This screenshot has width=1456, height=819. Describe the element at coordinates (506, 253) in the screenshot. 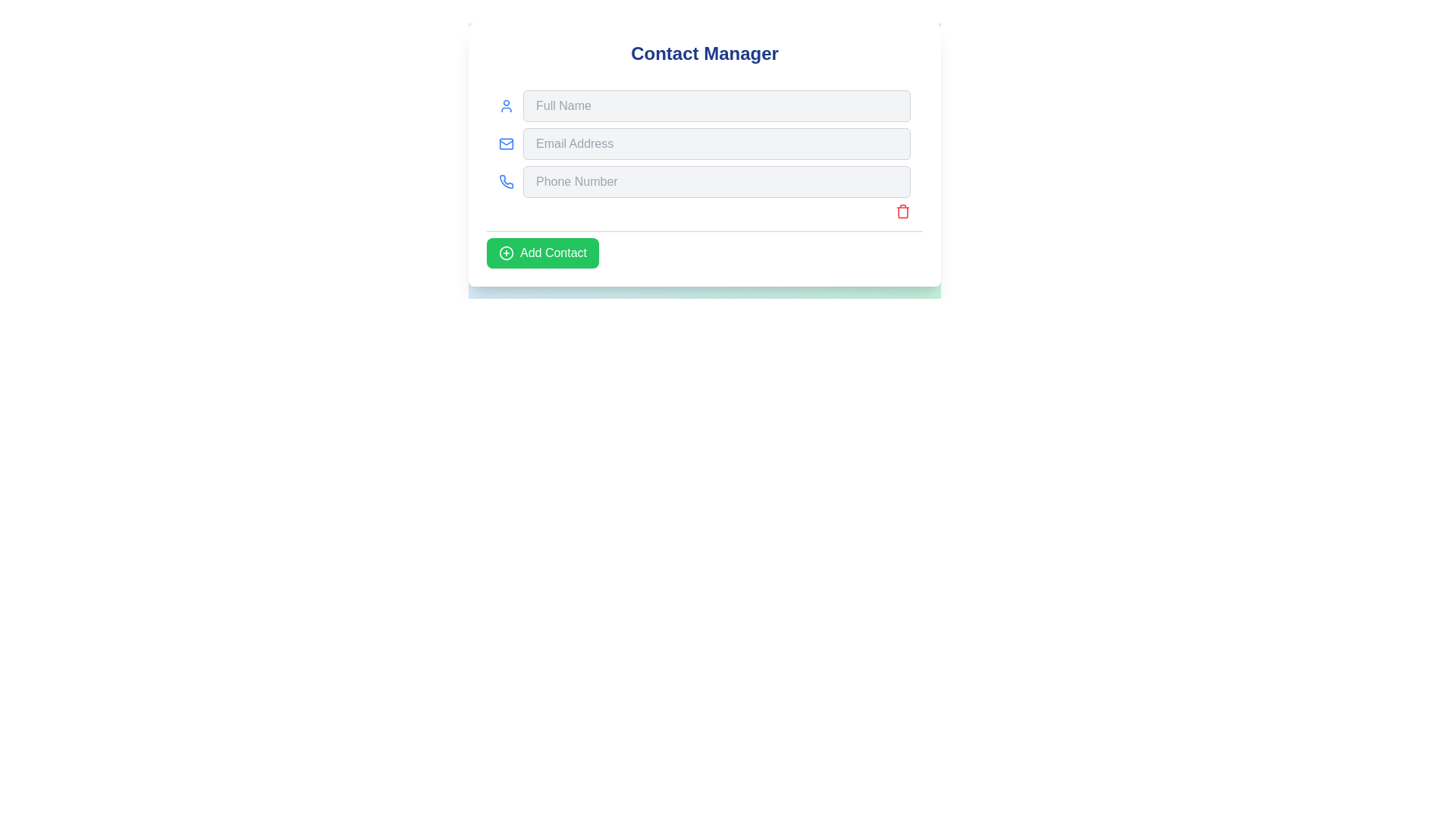

I see `the decorative icon on the left part of the 'Add Contact' button at the bottom-left of the form panel` at that location.